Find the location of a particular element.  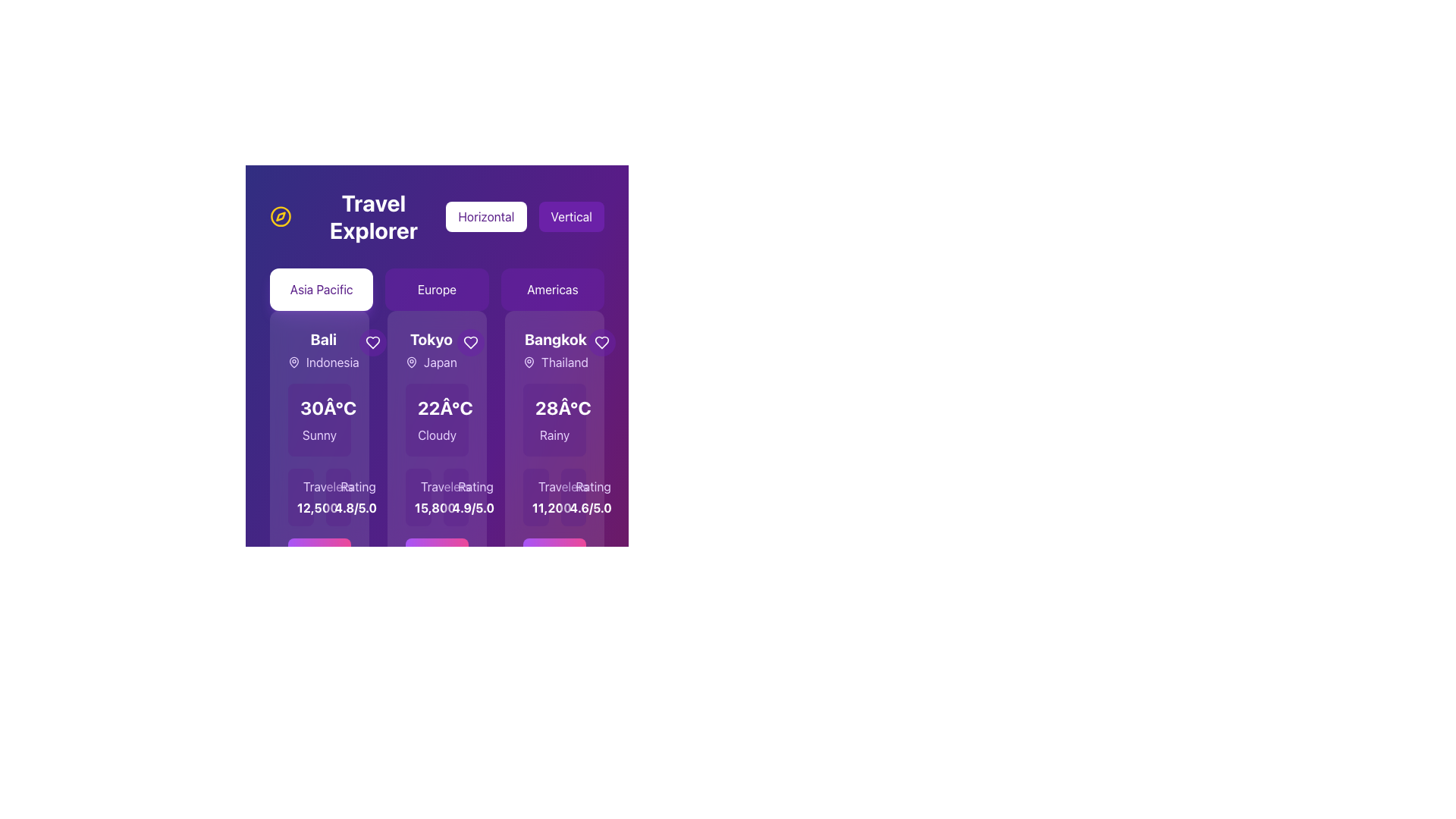

the text label that describes traveler-related information located in the purple card layout under the 'Bali' column of the travel dashboard interface is located at coordinates (327, 486).